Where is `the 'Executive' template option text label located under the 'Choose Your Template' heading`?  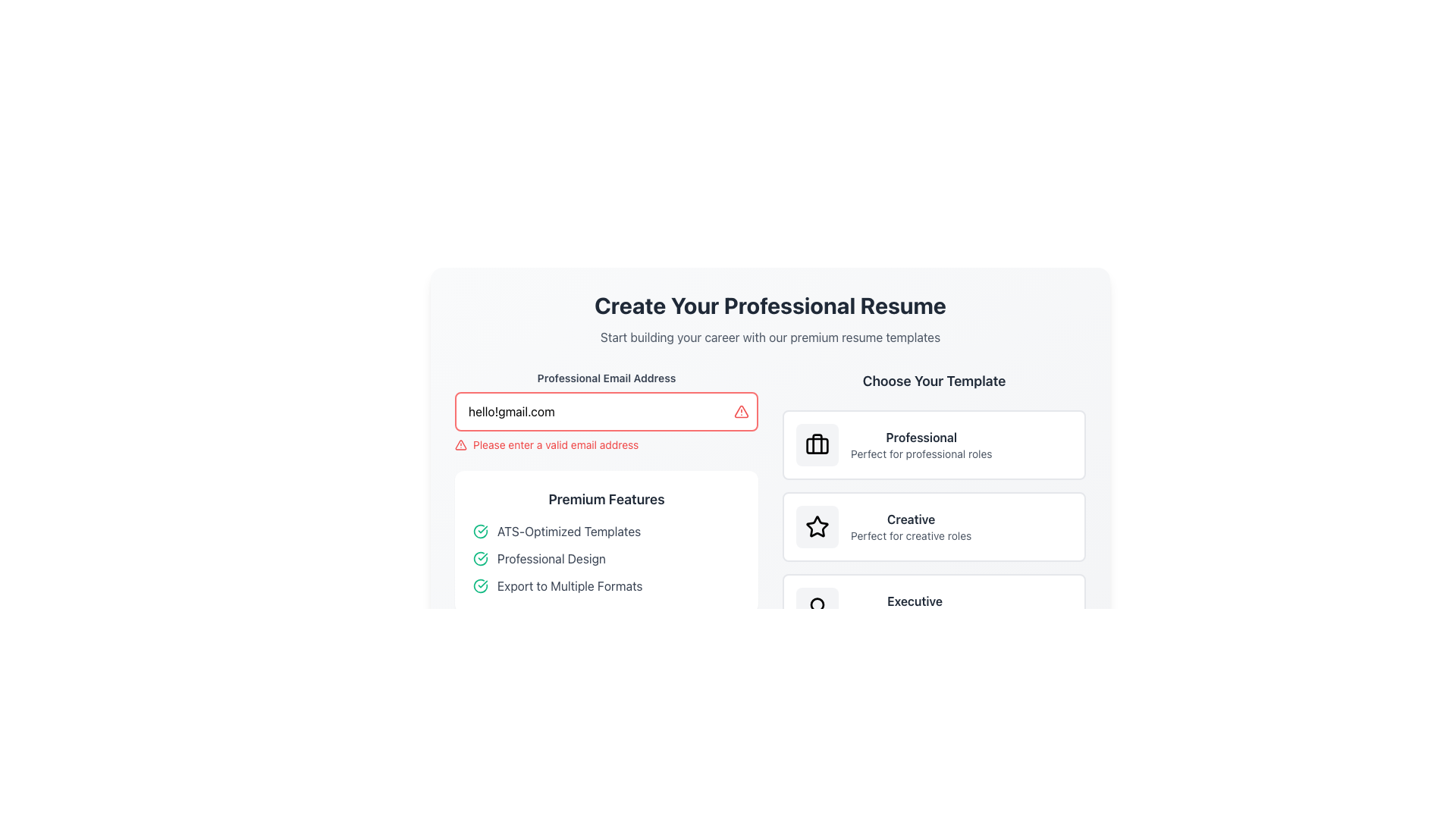 the 'Executive' template option text label located under the 'Choose Your Template' heading is located at coordinates (914, 601).